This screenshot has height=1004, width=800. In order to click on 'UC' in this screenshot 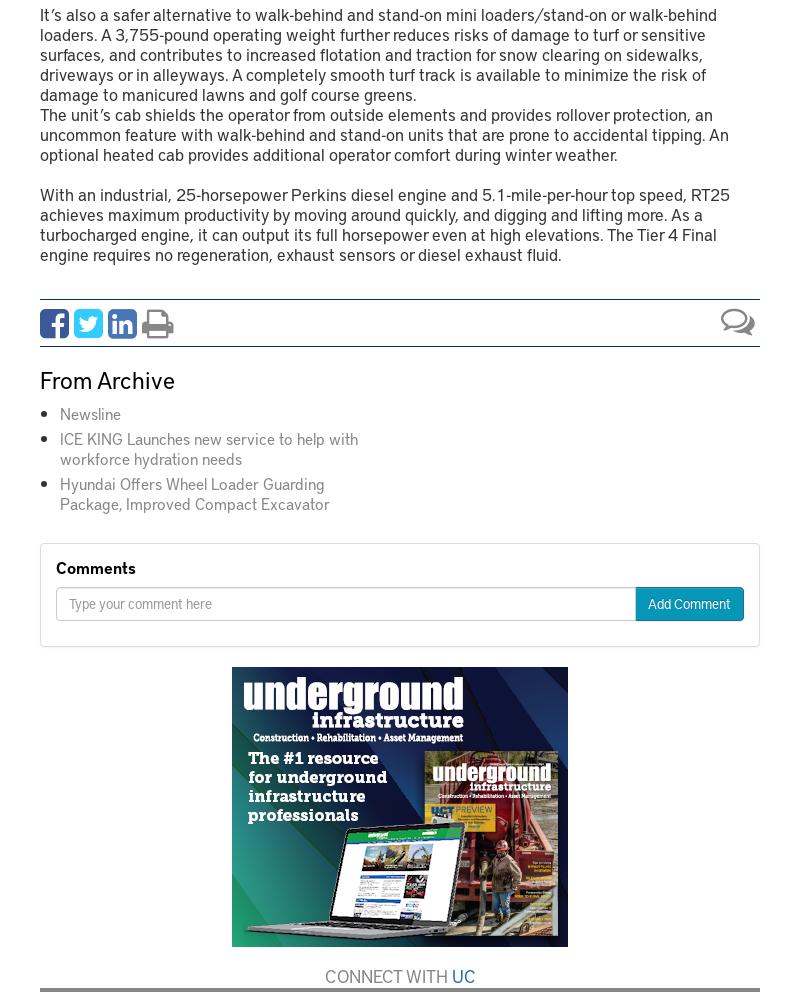, I will do `click(461, 973)`.